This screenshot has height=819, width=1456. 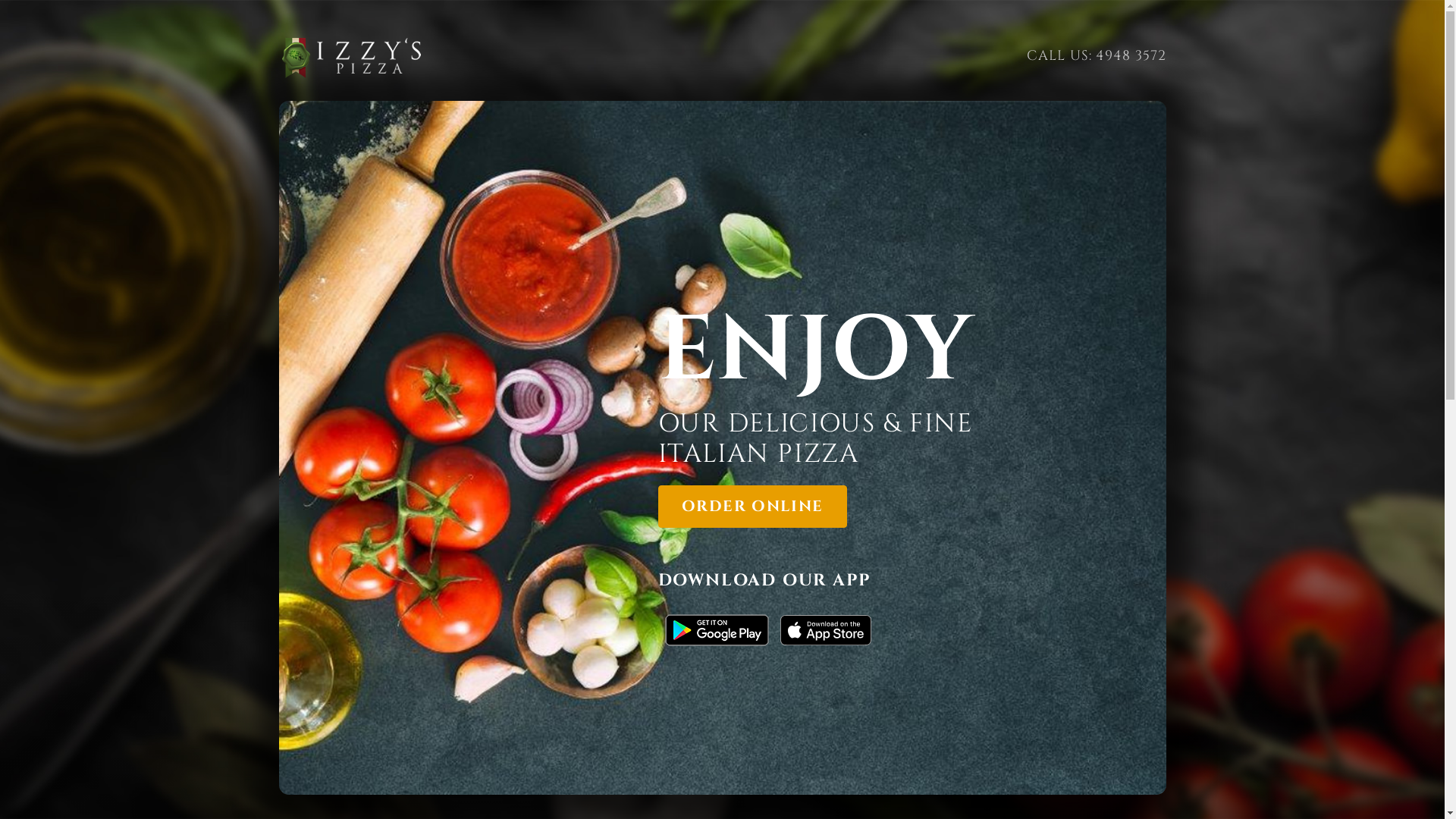 What do you see at coordinates (752, 506) in the screenshot?
I see `'ORDER ONLINE'` at bounding box center [752, 506].